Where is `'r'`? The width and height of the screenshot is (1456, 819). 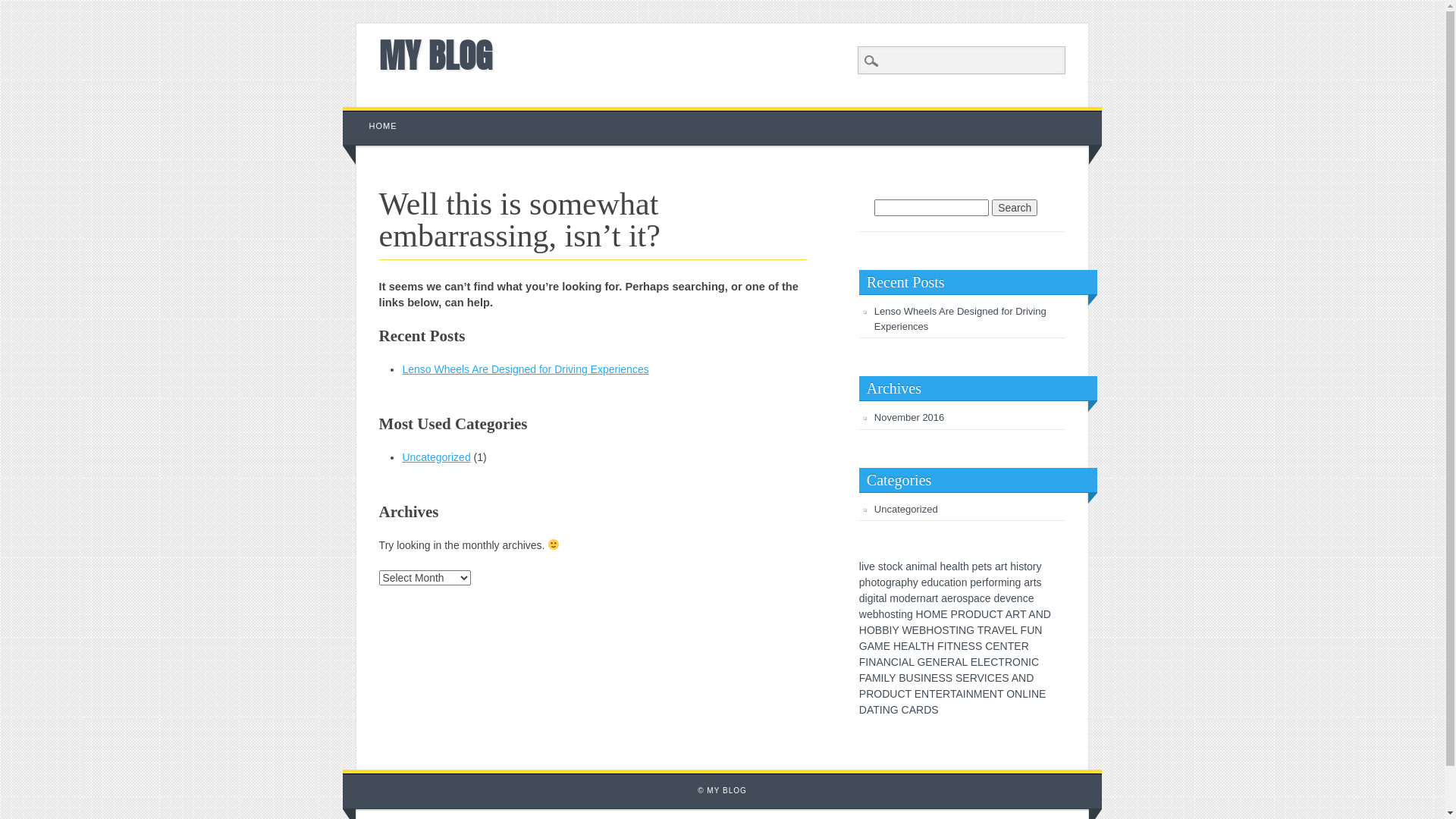
'r' is located at coordinates (933, 598).